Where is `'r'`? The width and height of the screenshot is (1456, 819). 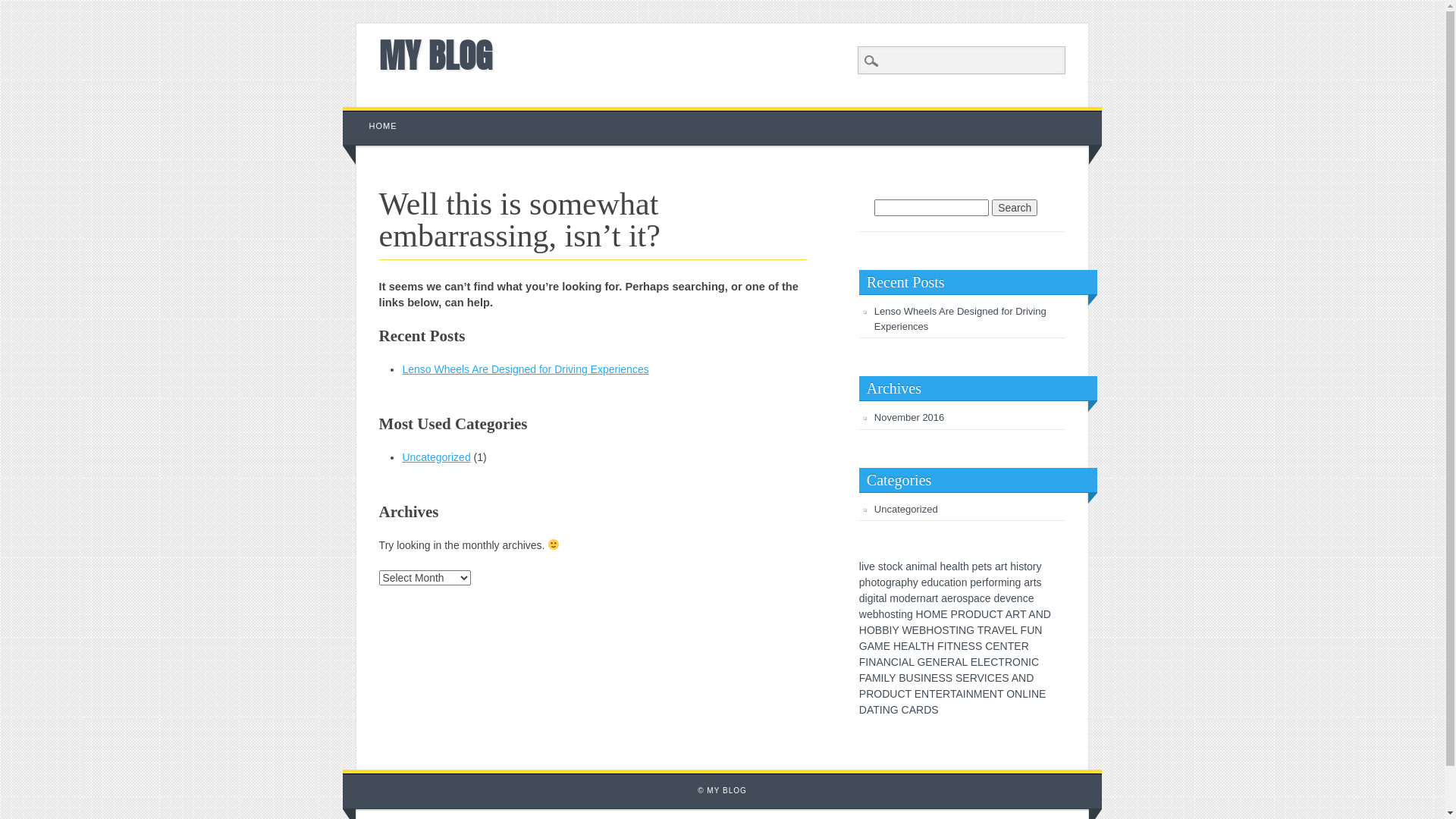
'r' is located at coordinates (933, 598).